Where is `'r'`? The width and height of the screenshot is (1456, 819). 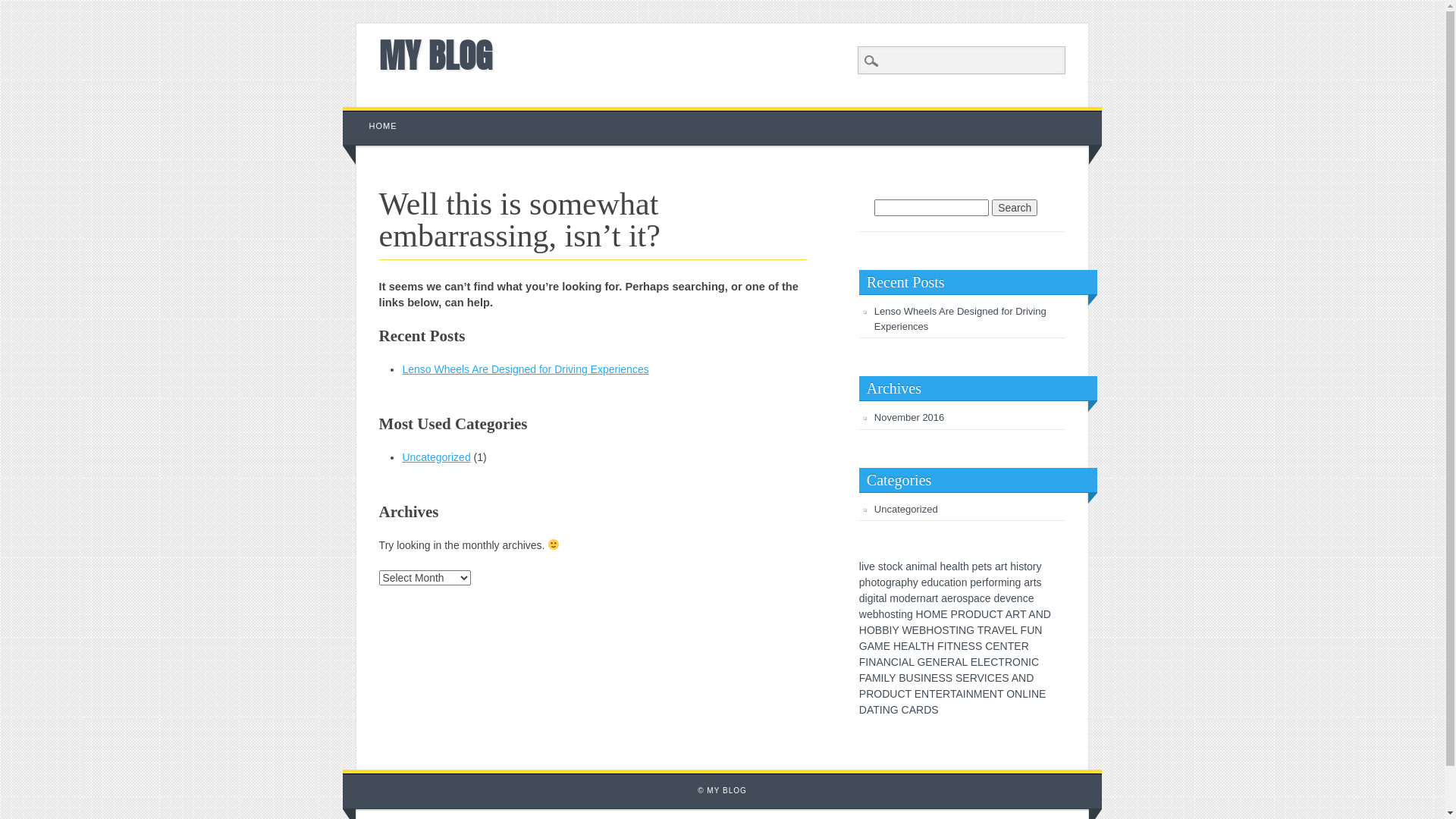
'r' is located at coordinates (933, 598).